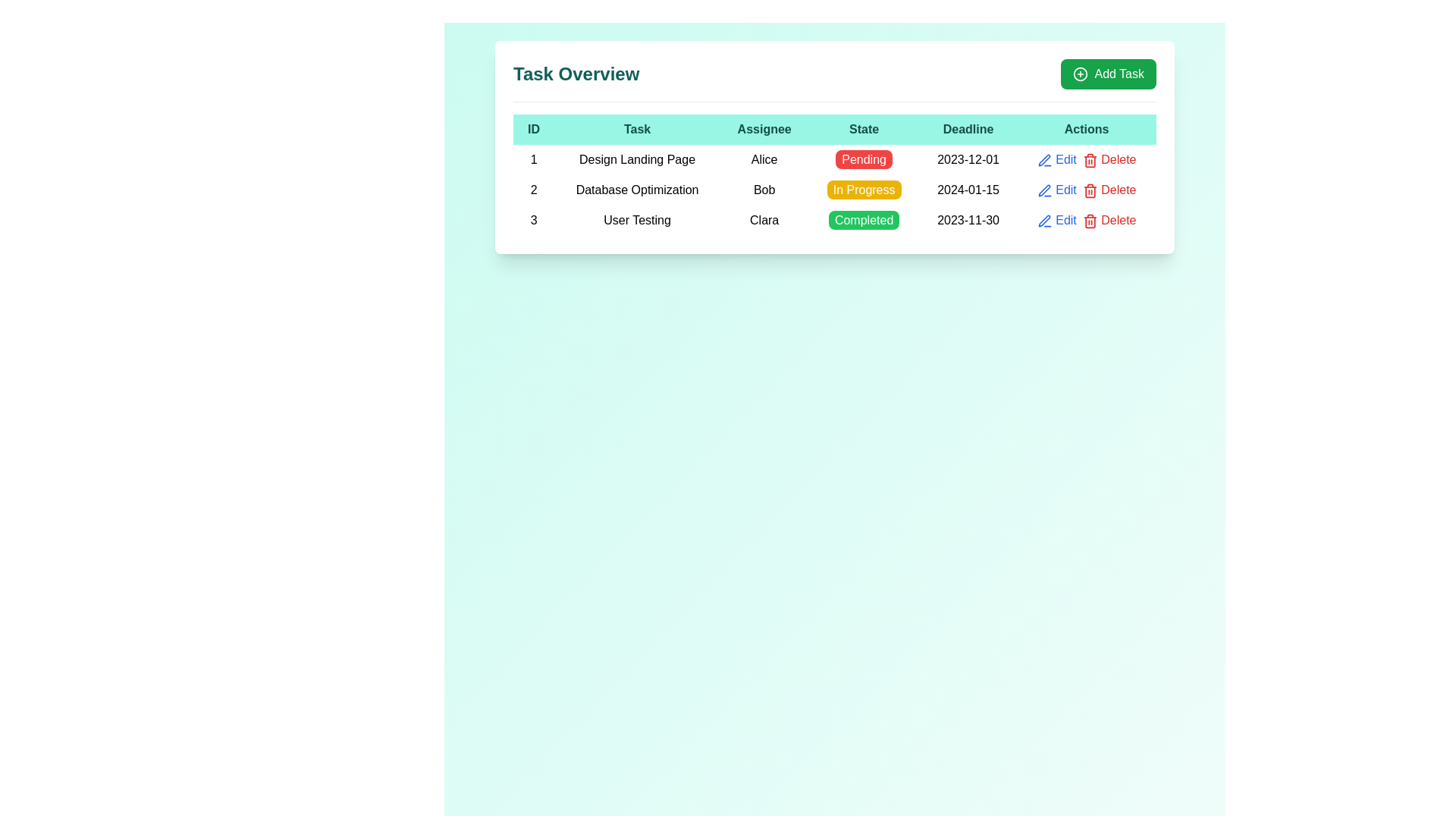 The image size is (1456, 819). What do you see at coordinates (833, 189) in the screenshot?
I see `the table row representing '2 Database Optimization Bob In Progress 2024-01-15', which features a yellow background and white text indicating 'In Progress'` at bounding box center [833, 189].